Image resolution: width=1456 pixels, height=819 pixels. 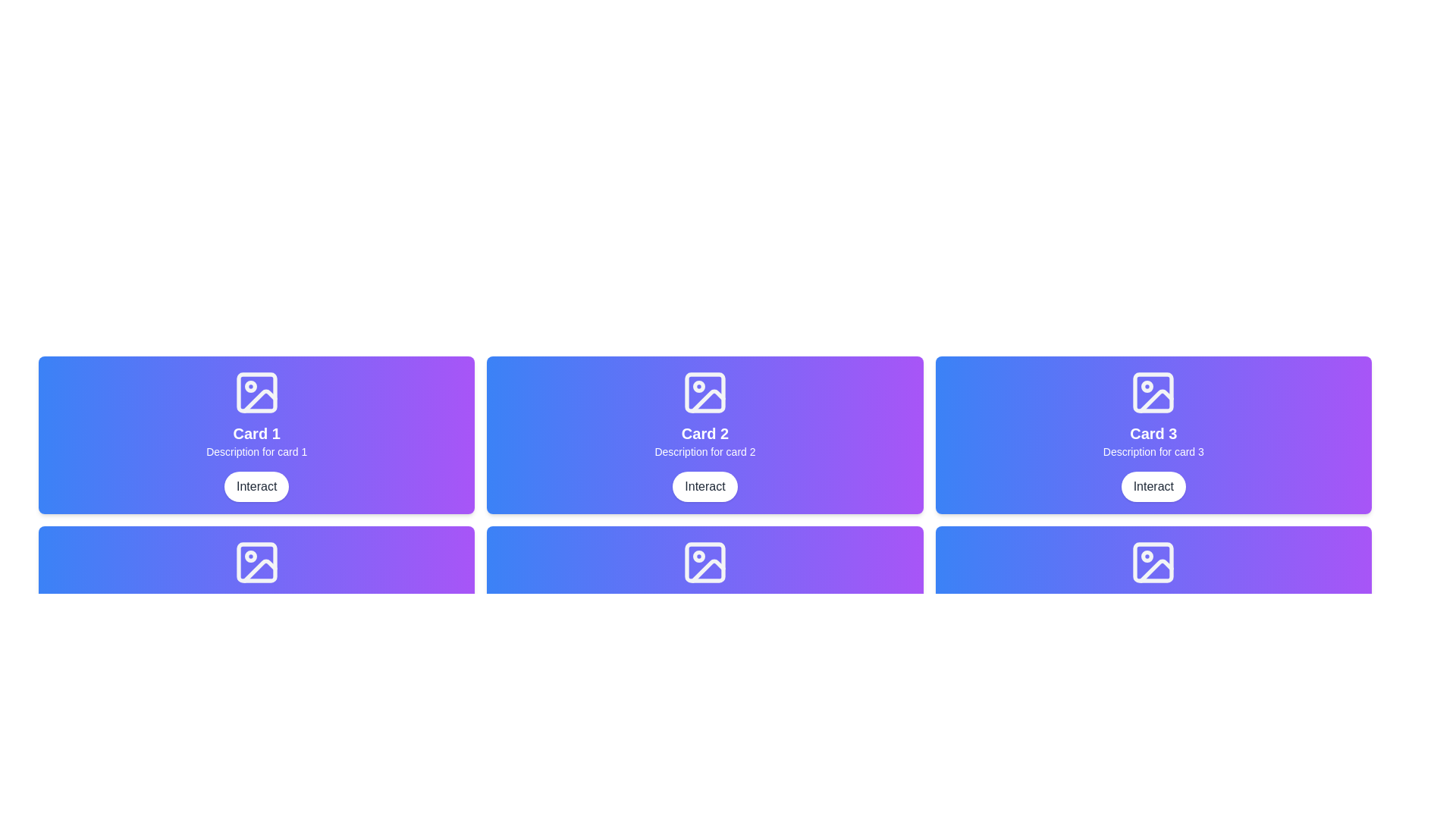 I want to click on the bold, extra-large text reading 'Card 3' located at the top-center of its card component with a gradient background, so click(x=1153, y=433).